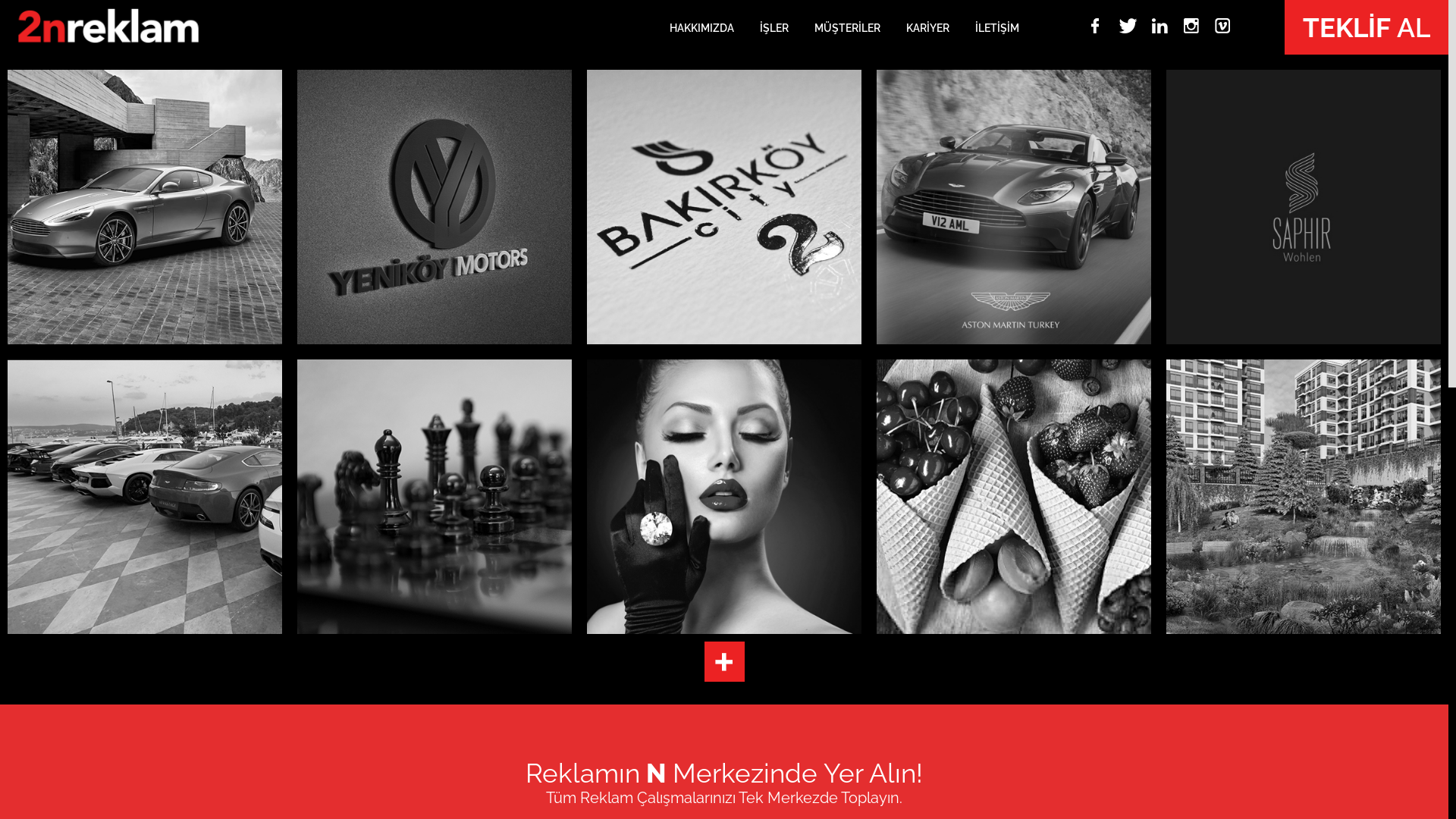  I want to click on 'HAKKIMIZDA', so click(712, 27).